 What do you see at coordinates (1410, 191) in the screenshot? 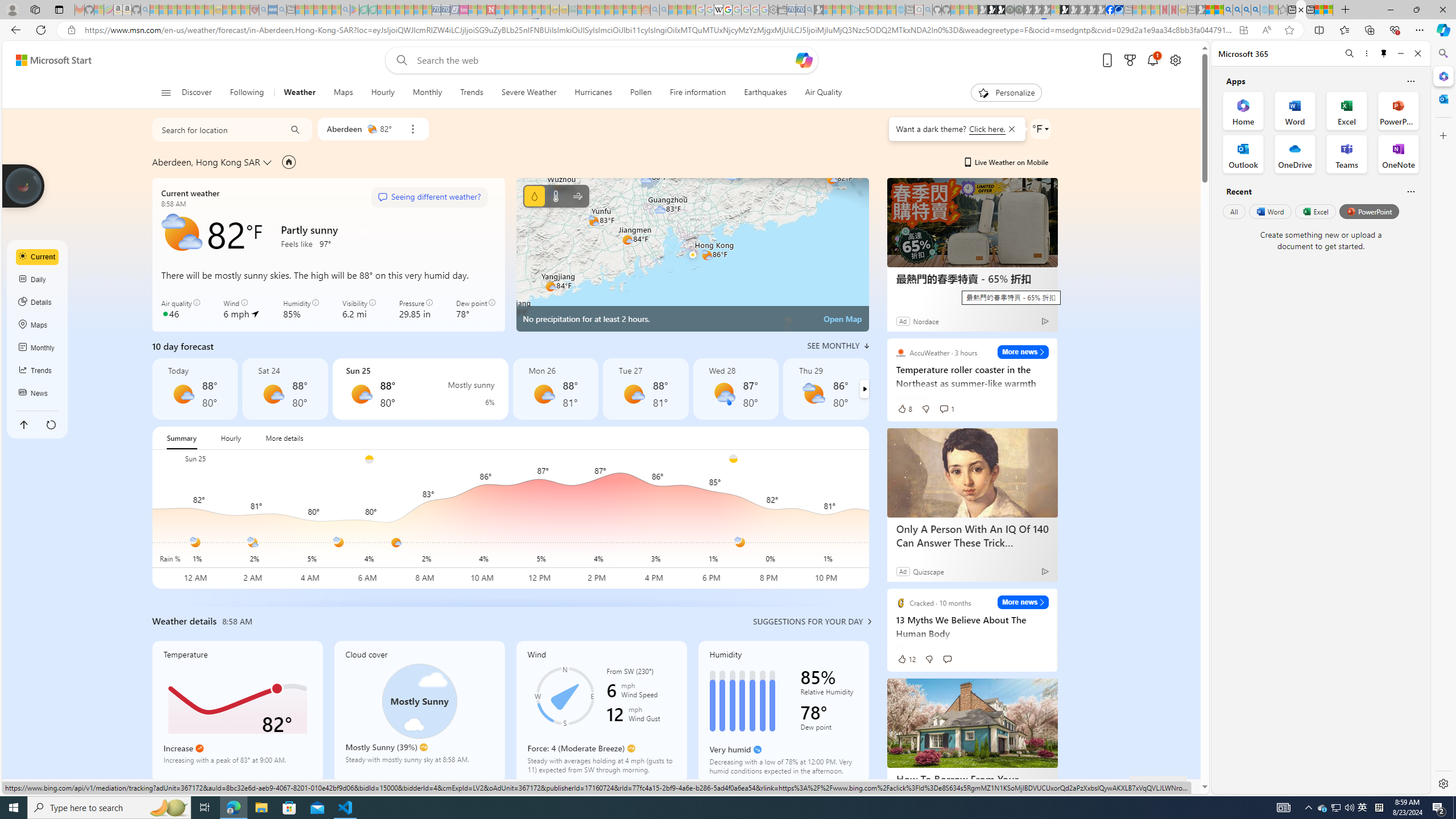
I see `'Is this helpful?'` at bounding box center [1410, 191].